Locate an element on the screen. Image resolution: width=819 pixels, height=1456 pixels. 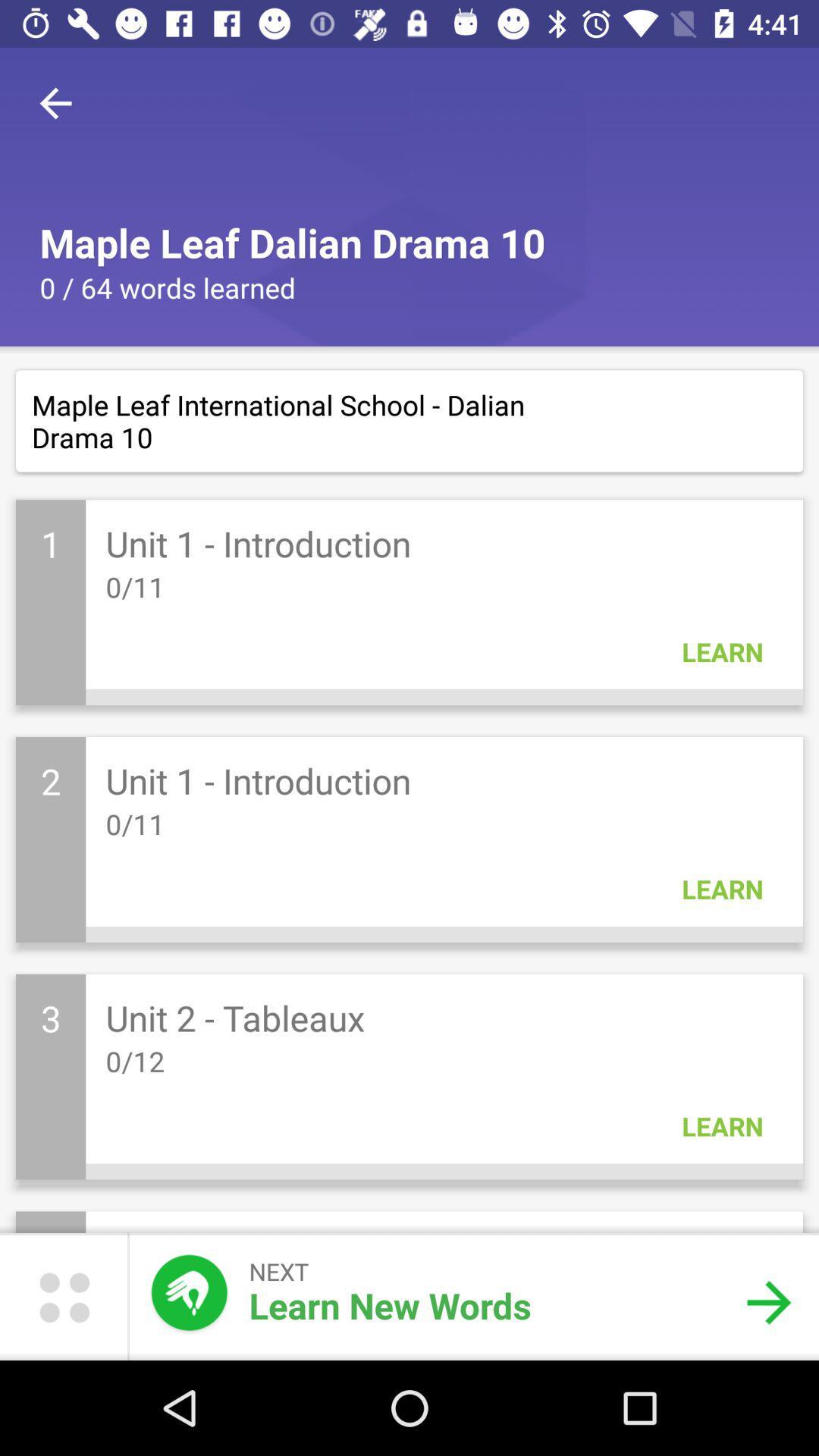
learn in the second block is located at coordinates (721, 889).